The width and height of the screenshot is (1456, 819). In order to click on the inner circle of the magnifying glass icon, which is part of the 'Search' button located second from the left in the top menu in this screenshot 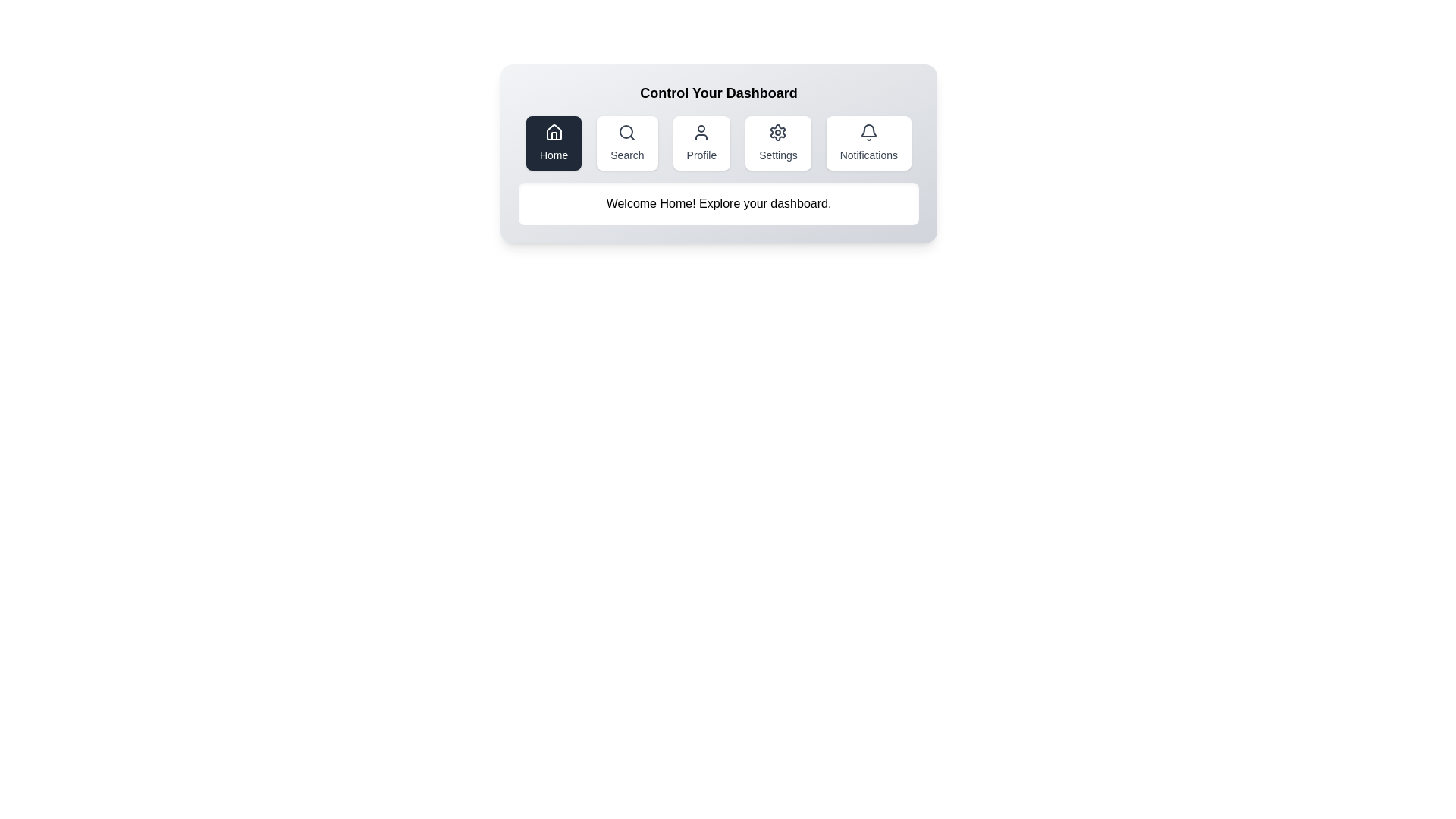, I will do `click(626, 130)`.